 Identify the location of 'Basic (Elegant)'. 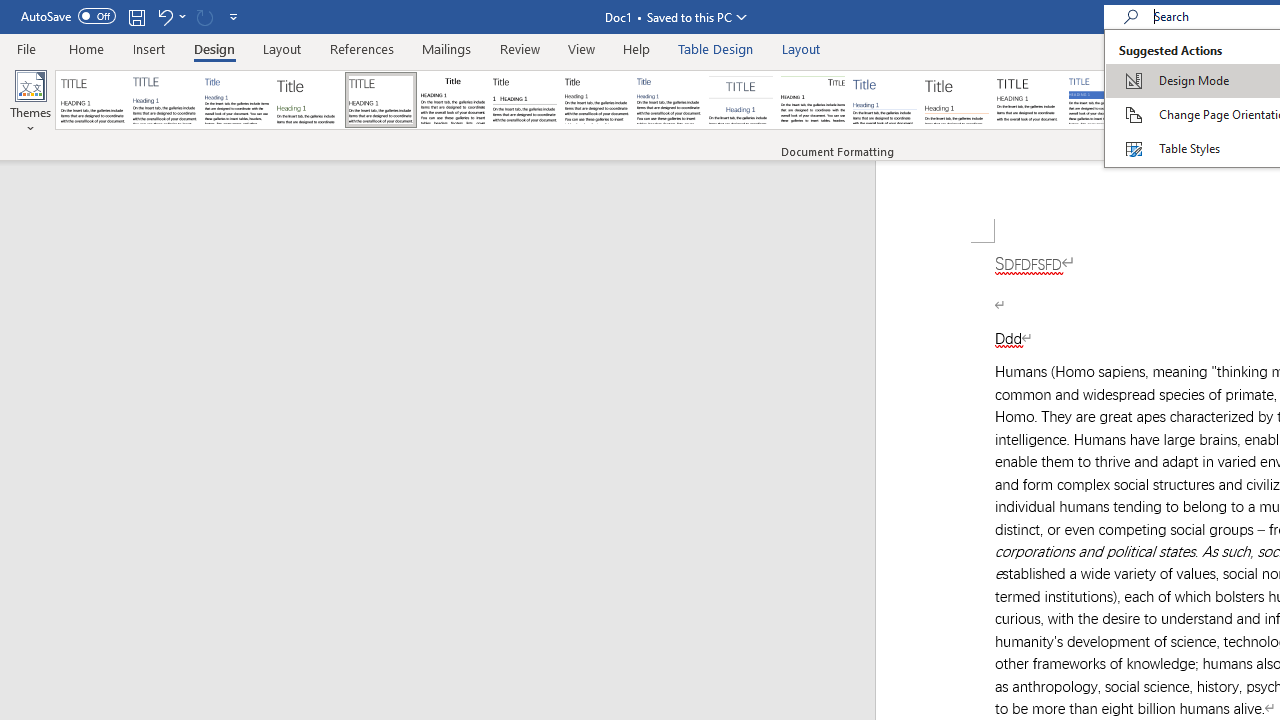
(165, 100).